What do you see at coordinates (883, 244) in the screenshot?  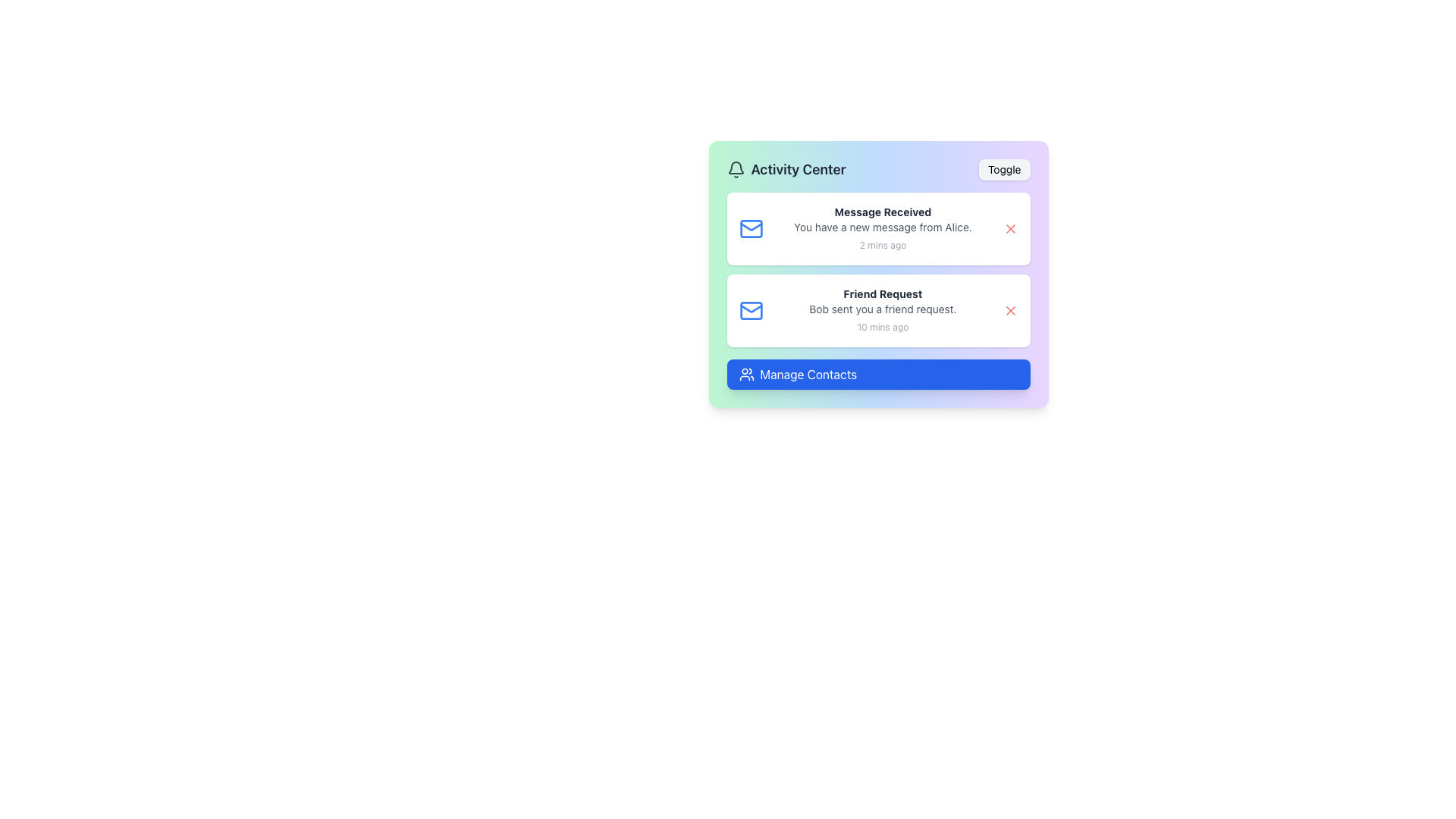 I see `the text label displaying '2 mins ago' in a small gray font located in the bottom-right corner of the notification card in the 'Activity Center' section` at bounding box center [883, 244].